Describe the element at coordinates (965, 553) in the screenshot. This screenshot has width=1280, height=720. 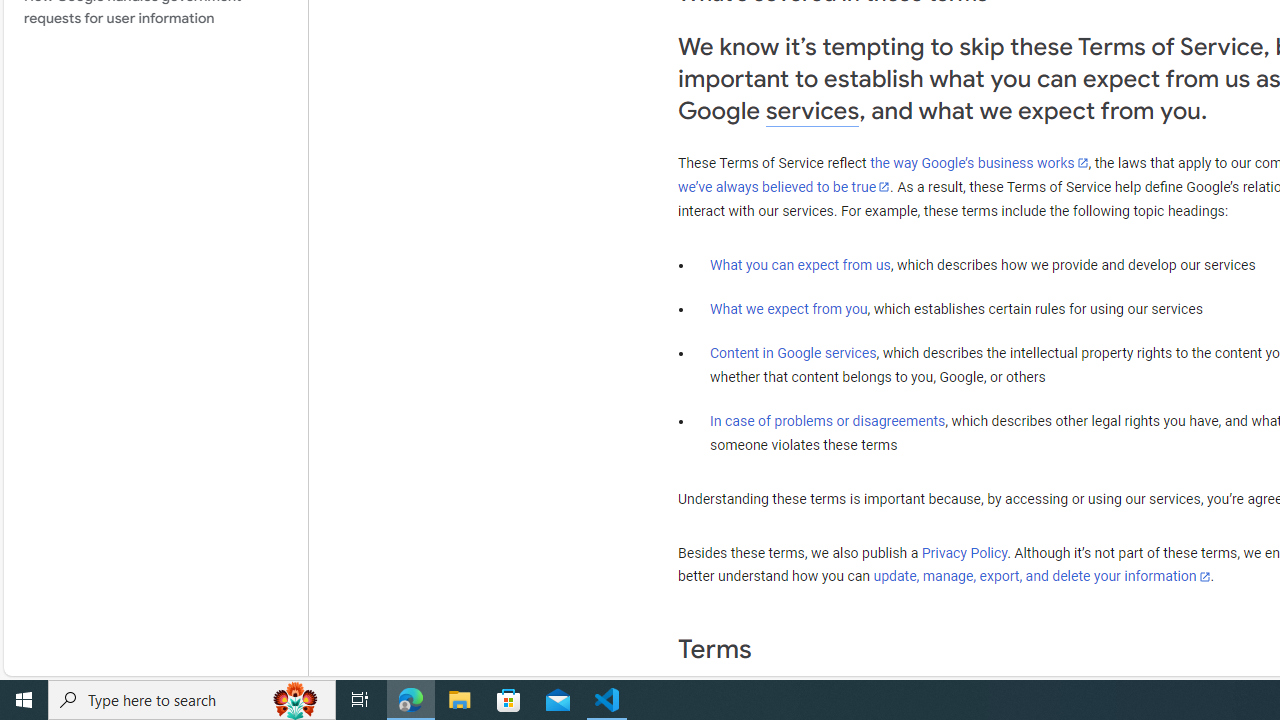
I see `'Privacy Policy'` at that location.